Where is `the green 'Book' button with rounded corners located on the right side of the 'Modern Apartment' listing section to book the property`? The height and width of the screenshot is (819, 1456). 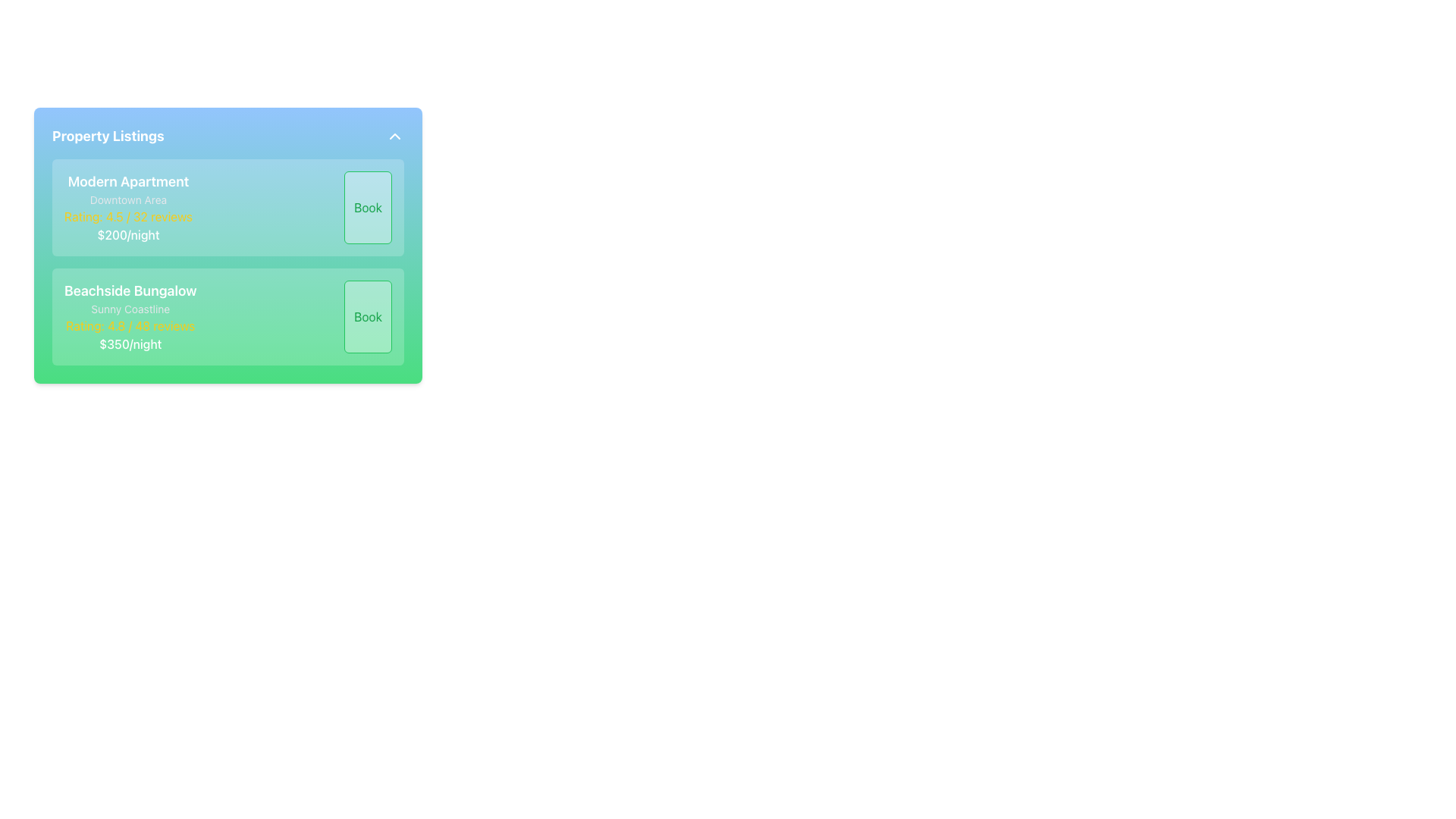
the green 'Book' button with rounded corners located on the right side of the 'Modern Apartment' listing section to book the property is located at coordinates (368, 207).